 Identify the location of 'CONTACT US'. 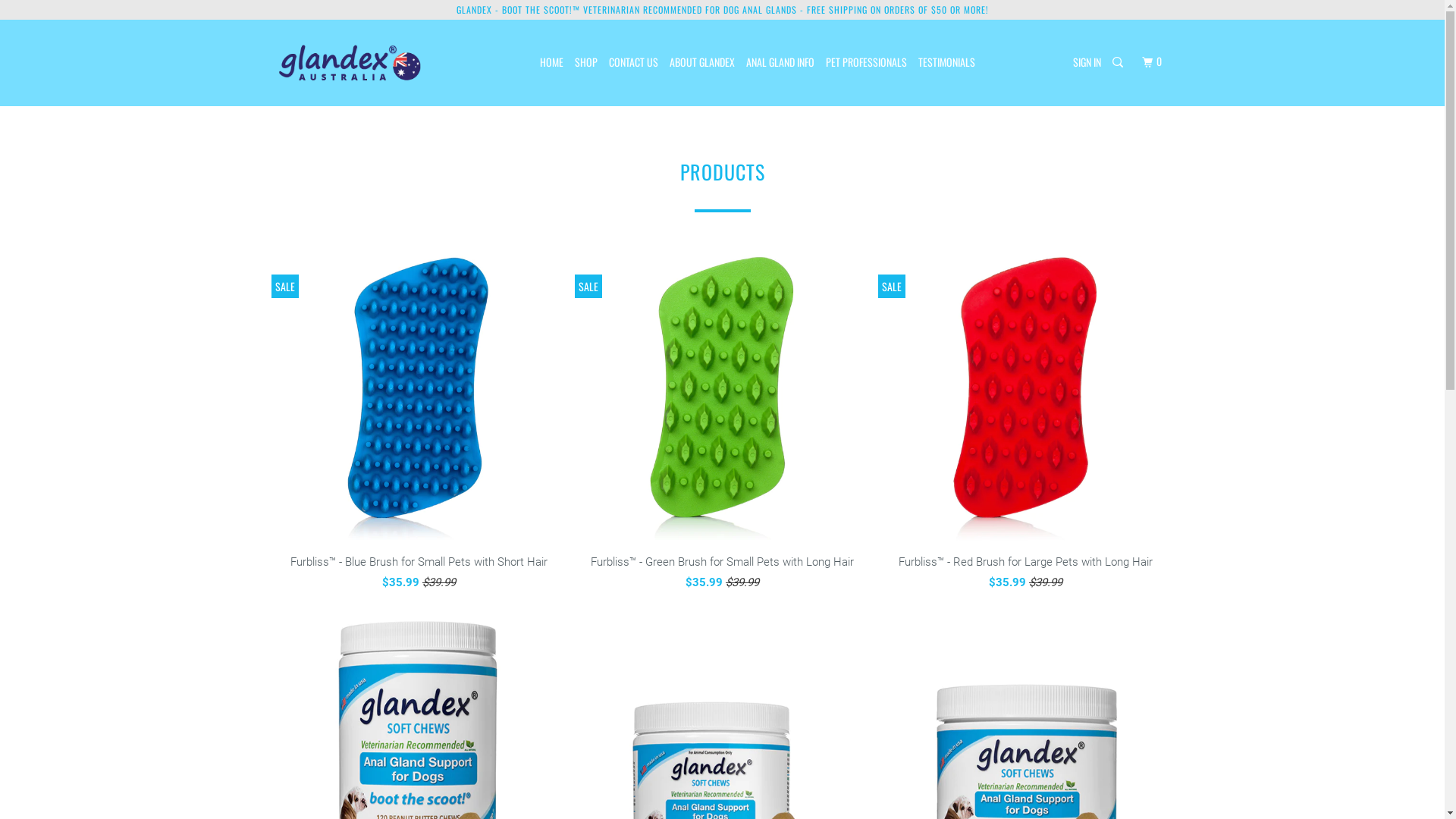
(633, 61).